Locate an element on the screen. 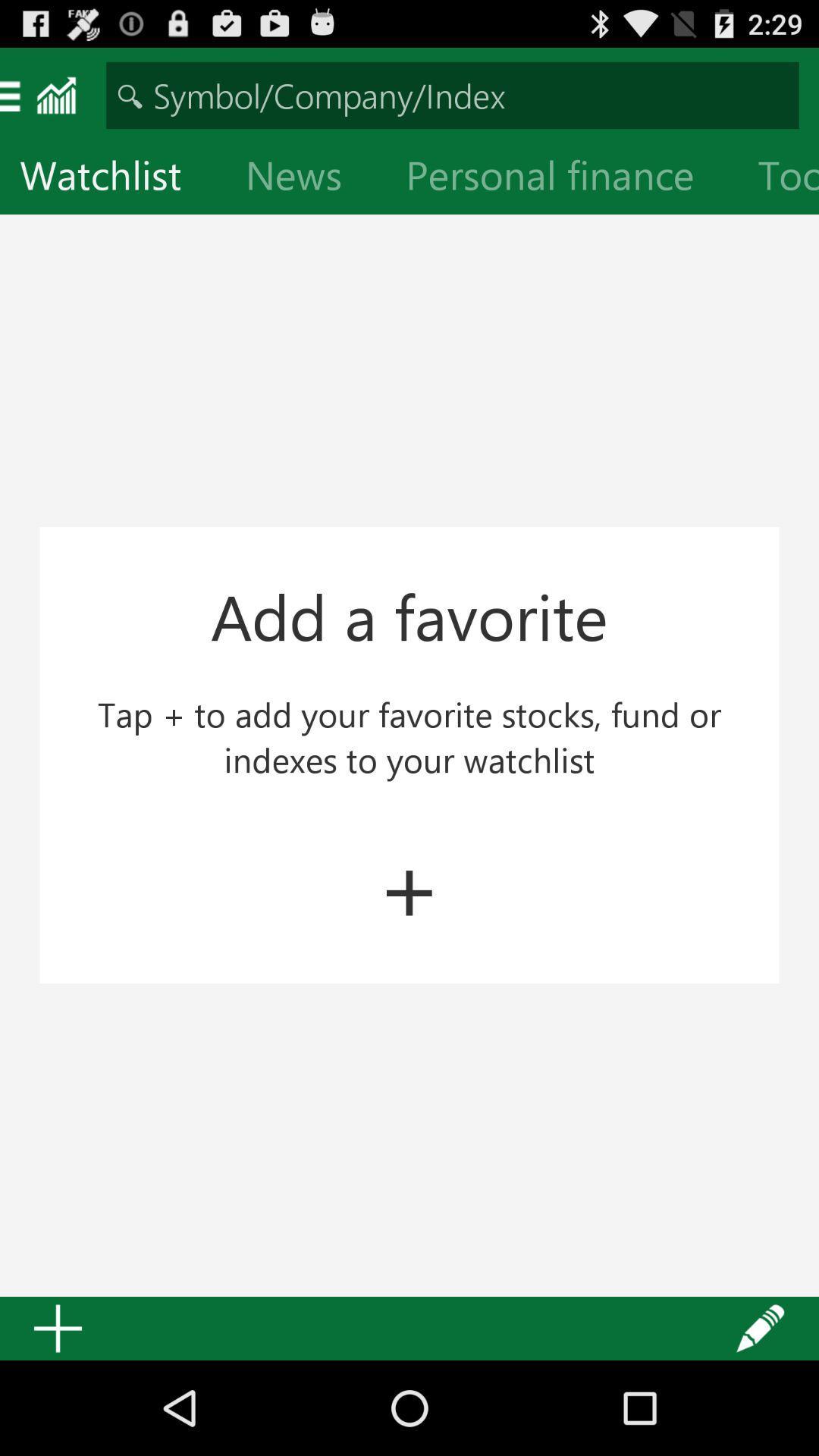  the item above watchlist icon is located at coordinates (452, 94).